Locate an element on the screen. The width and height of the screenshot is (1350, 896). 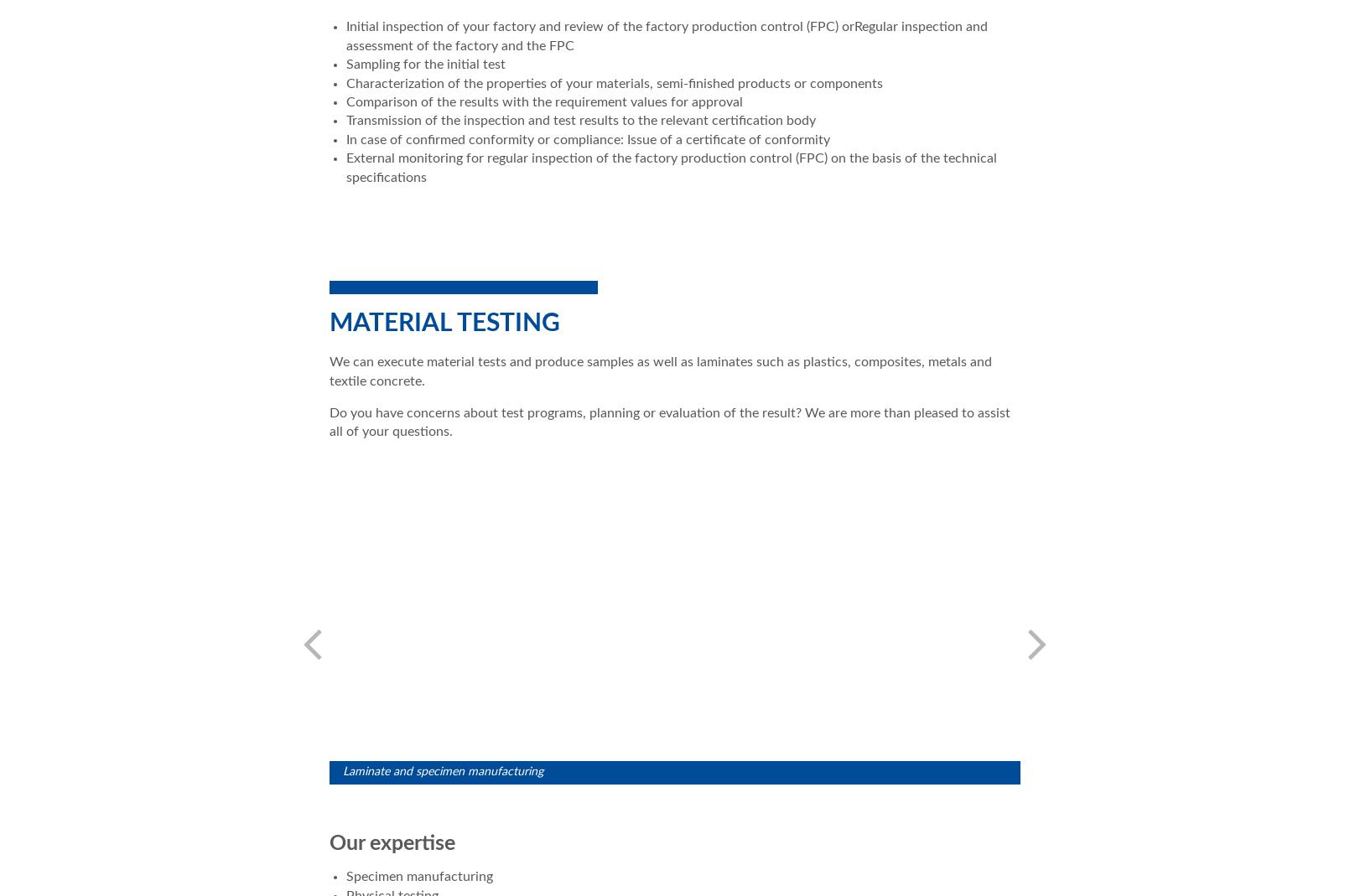
'Specimen manufacturing' is located at coordinates (419, 877).